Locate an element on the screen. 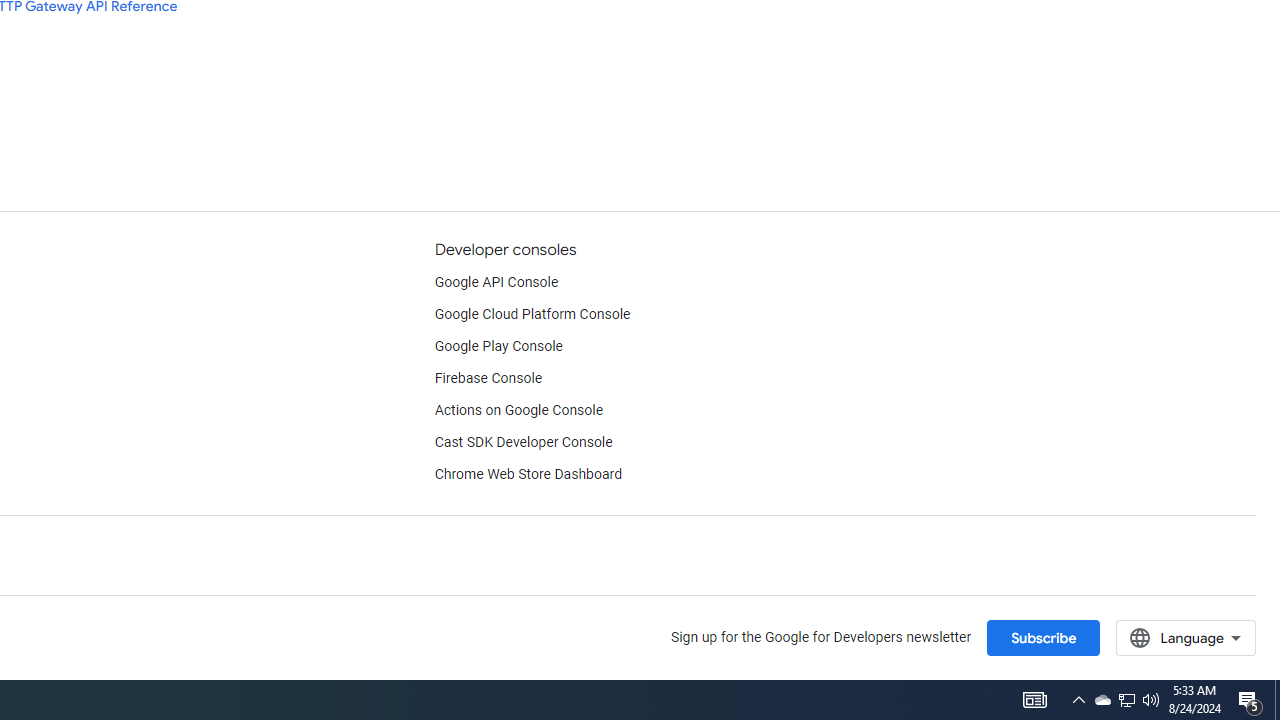 This screenshot has width=1280, height=720. 'Actions on Google Console' is located at coordinates (519, 410).